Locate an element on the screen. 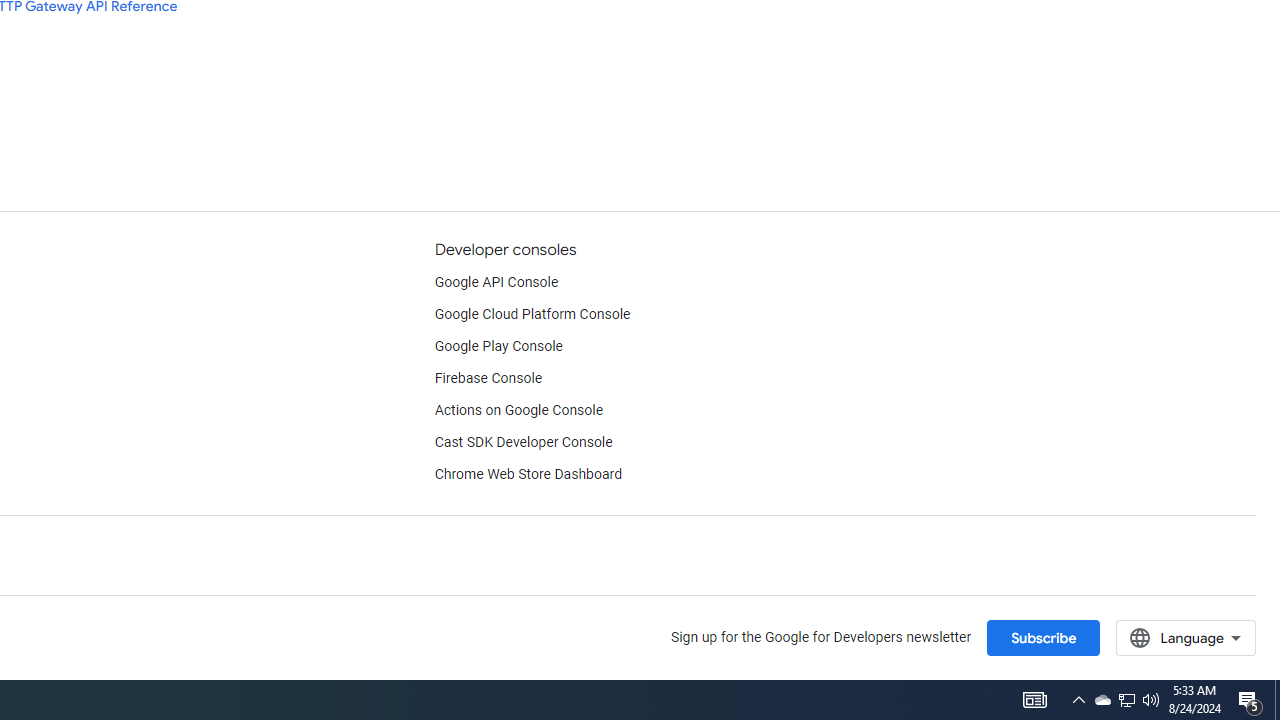 This screenshot has width=1280, height=720. 'Actions on Google Console' is located at coordinates (519, 410).